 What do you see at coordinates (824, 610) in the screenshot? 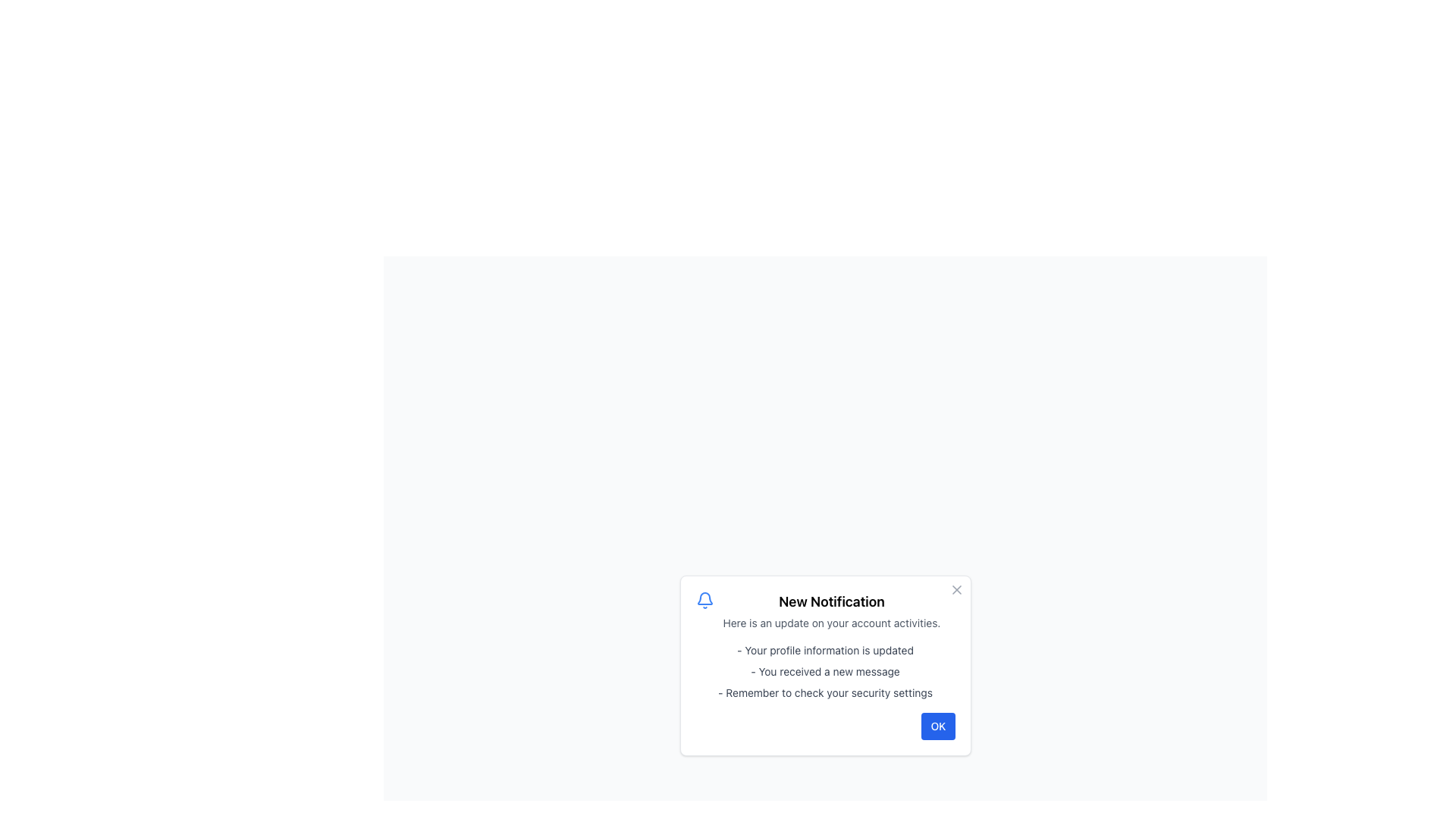
I see `the Notification Header which contains a blue bell icon and the text 'New Notification' with a smaller message below it, located near the top of the notification modal dialog` at bounding box center [824, 610].